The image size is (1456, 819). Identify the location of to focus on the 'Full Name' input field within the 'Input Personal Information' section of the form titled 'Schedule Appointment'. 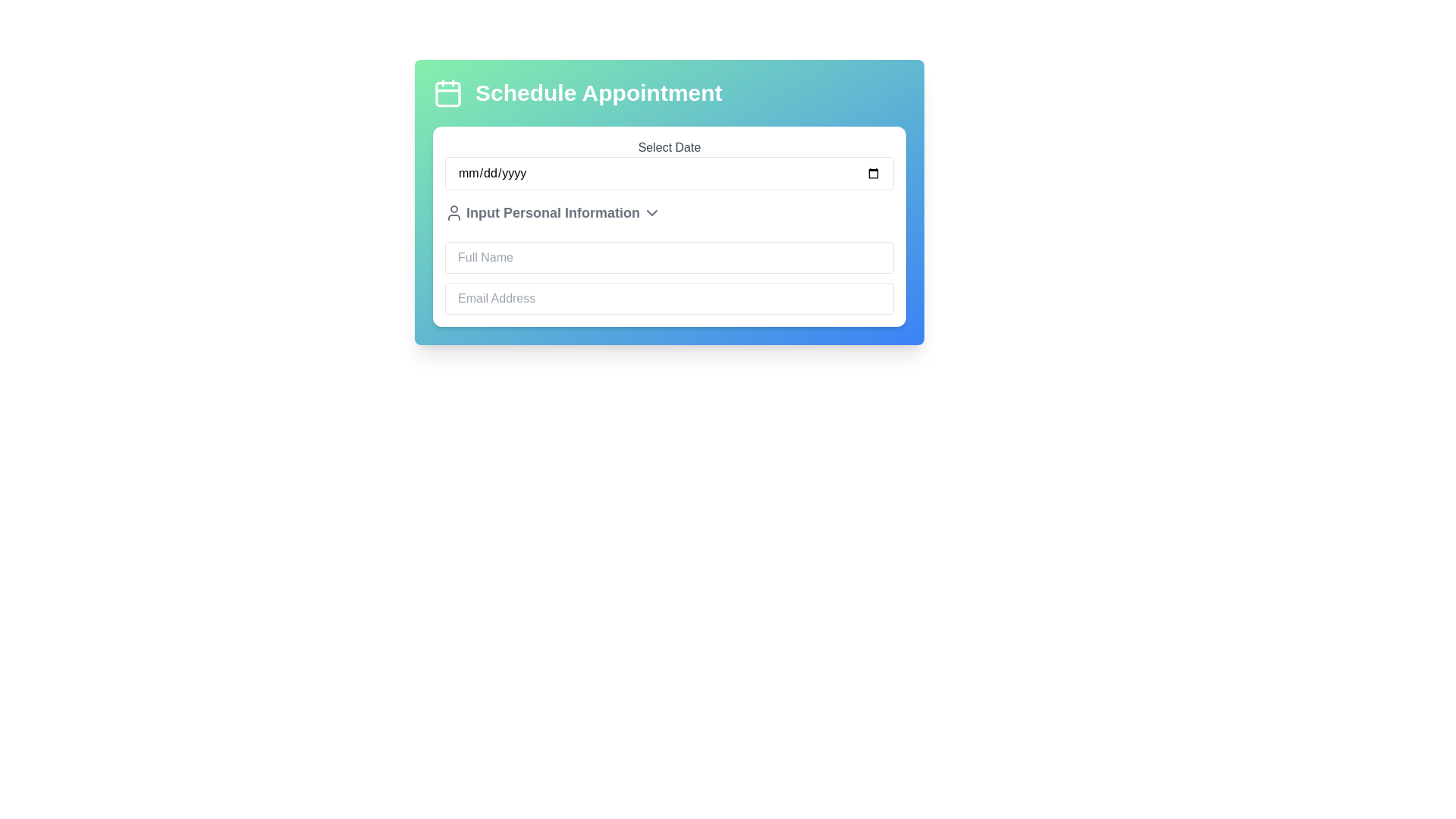
(669, 278).